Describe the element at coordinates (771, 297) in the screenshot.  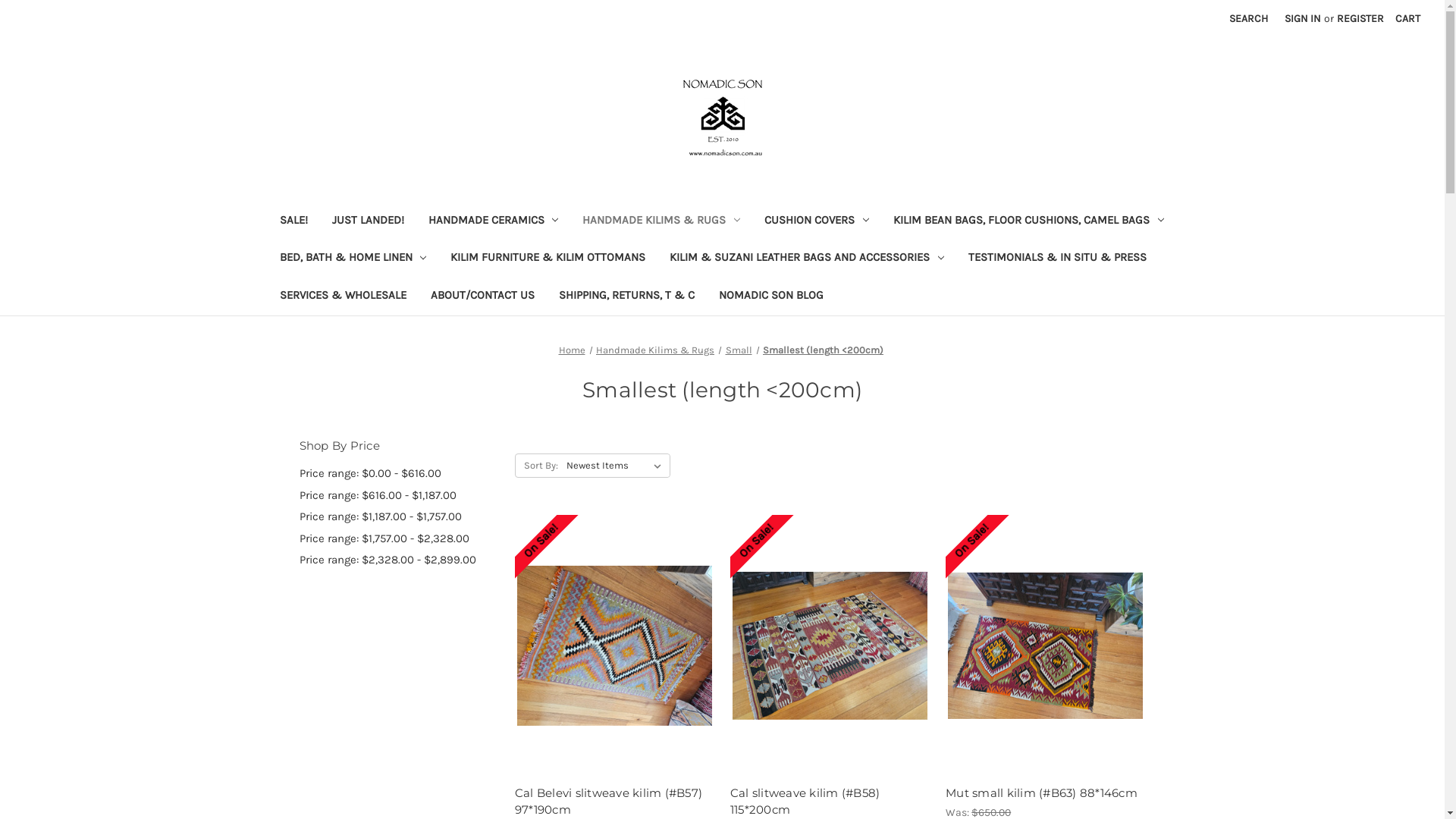
I see `'NOMADIC SON BLOG'` at that location.